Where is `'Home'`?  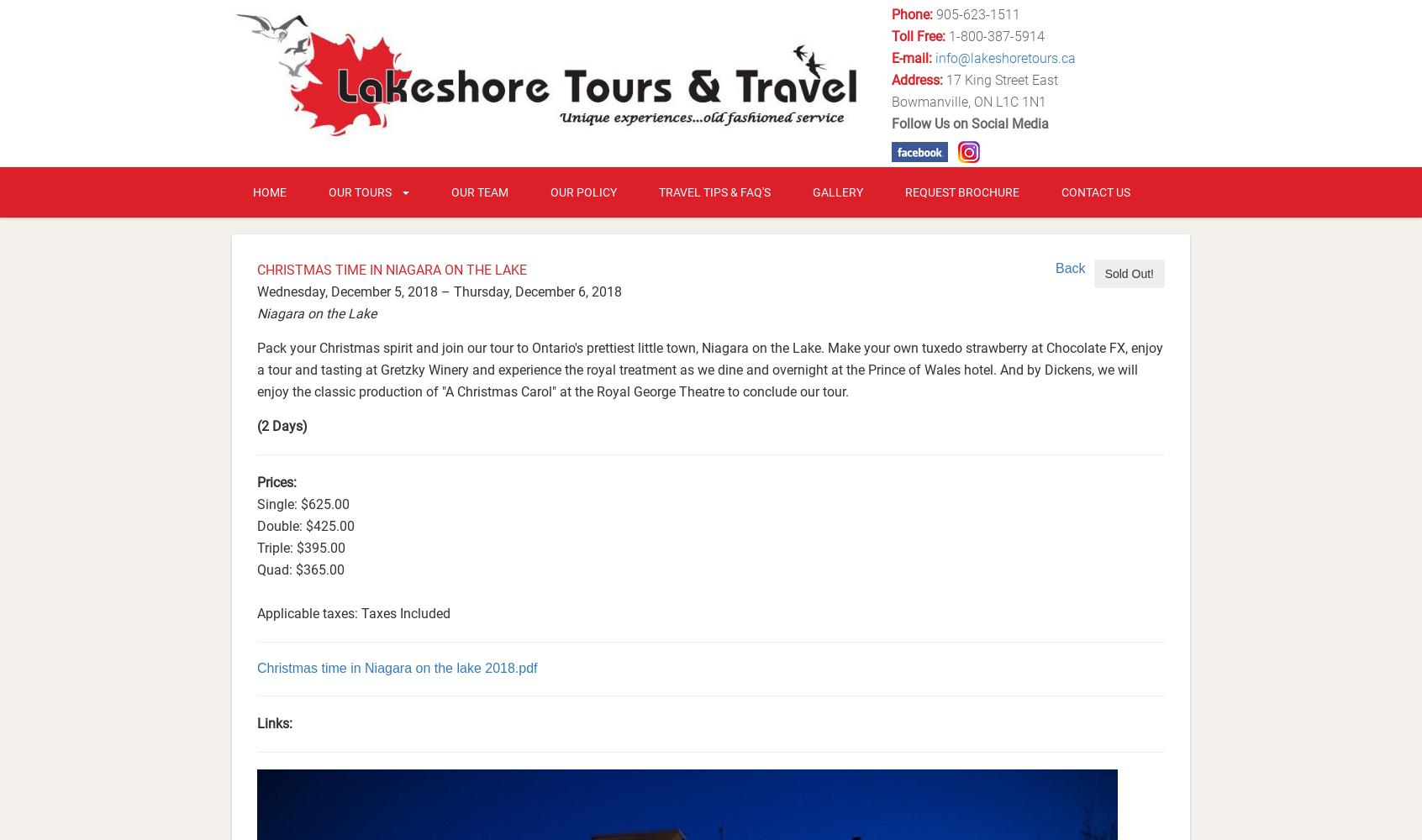 'Home' is located at coordinates (268, 191).